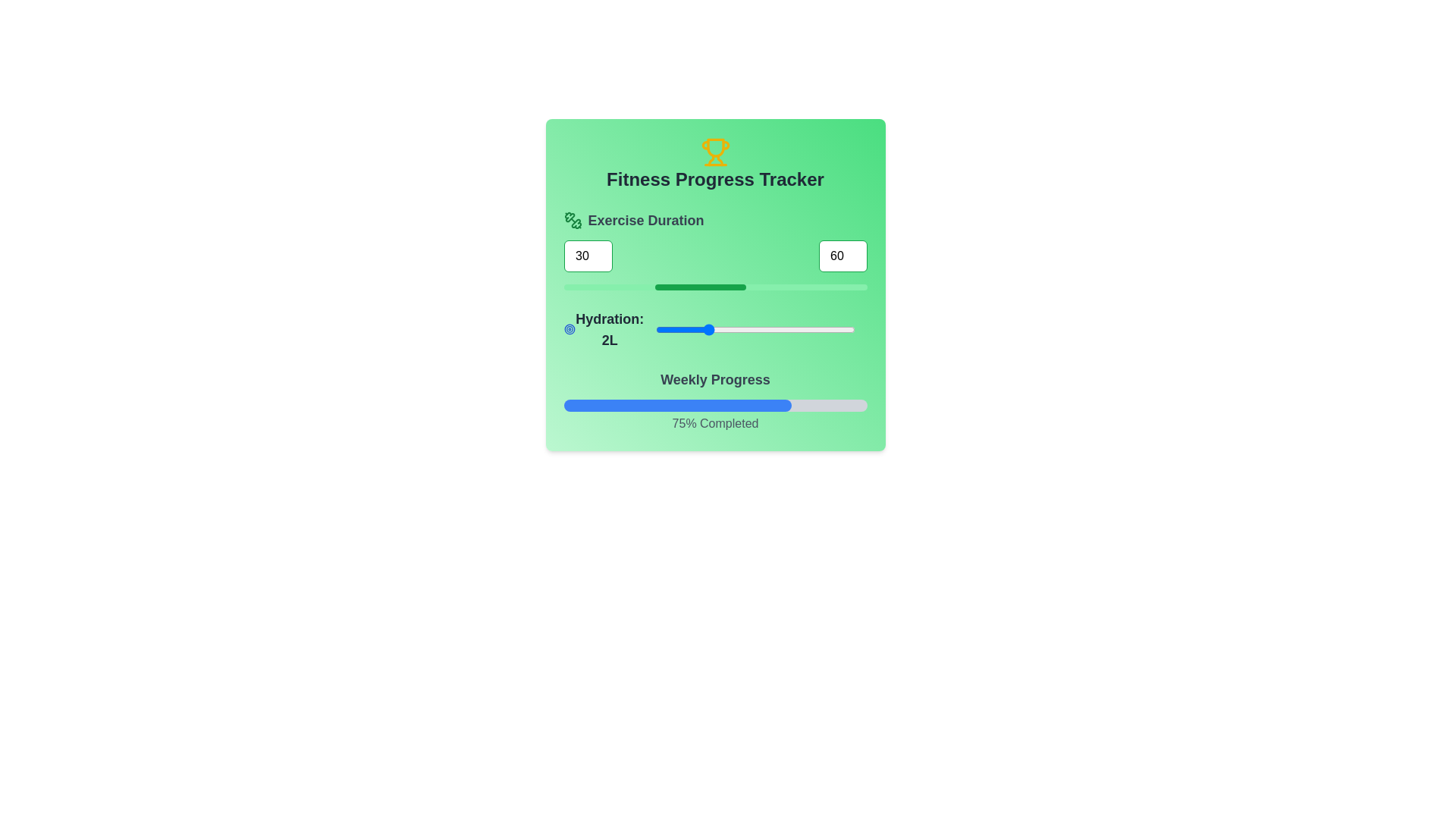 The width and height of the screenshot is (1456, 819). I want to click on the decorative fitness icon located to the left of the 'Exercise Duration' text in the green header panel of the Fitness Progress Tracker interface, so click(572, 220).